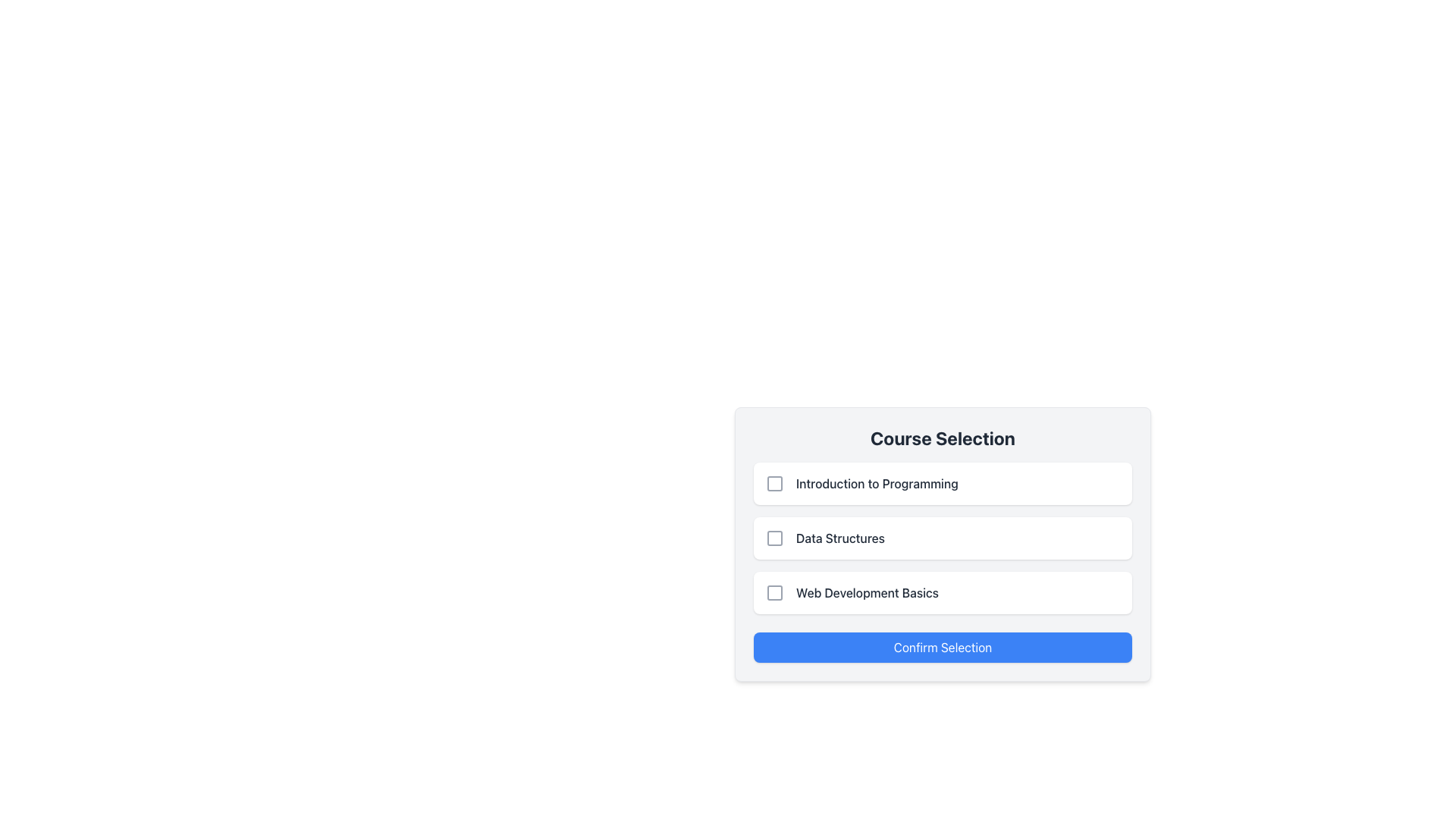 The image size is (1456, 819). Describe the element at coordinates (775, 483) in the screenshot. I see `the Checkbox indicator located to the left of the 'Introduction to Programming' row label, which visually indicates the selection state of an item in the list` at that location.